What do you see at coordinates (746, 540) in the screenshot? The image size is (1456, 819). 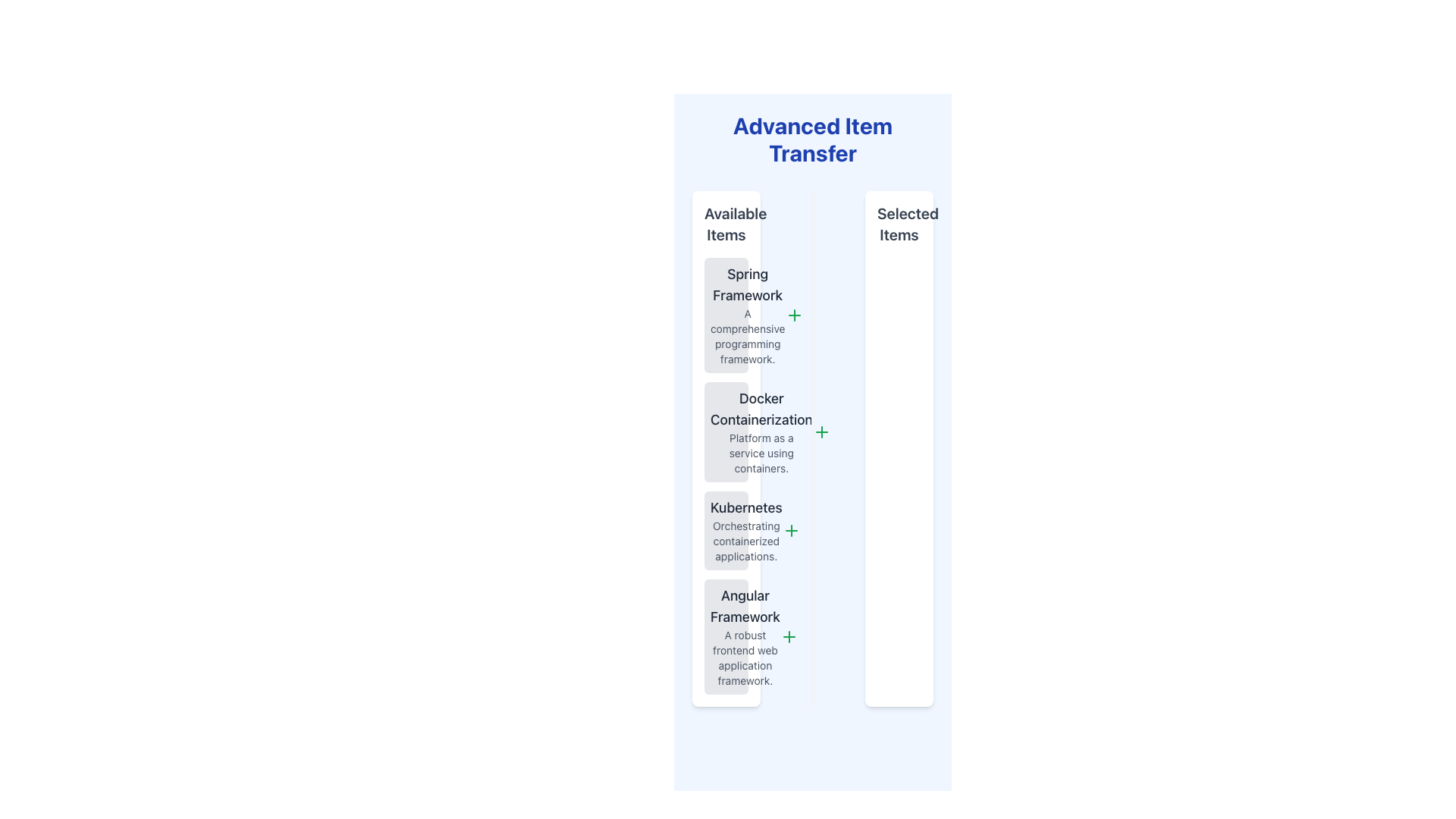 I see `descriptive text label located under the 'Kubernetes' title in the 'Available Items' column, positioned directly above the '+' icon` at bounding box center [746, 540].